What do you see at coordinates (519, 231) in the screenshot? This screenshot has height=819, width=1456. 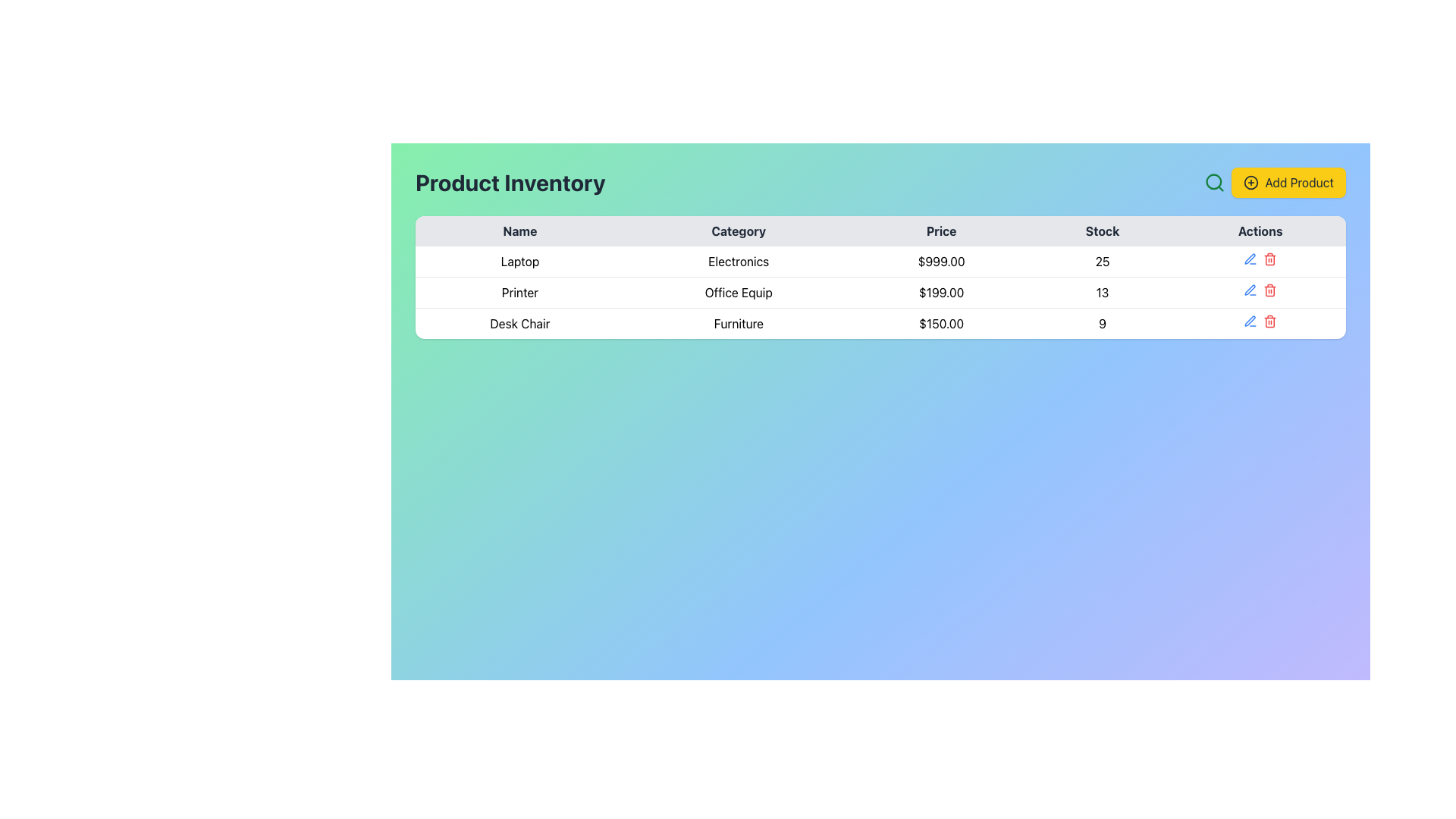 I see `text 'Name' displayed in the header of the first column titled 'Product Inventory' in the table` at bounding box center [519, 231].